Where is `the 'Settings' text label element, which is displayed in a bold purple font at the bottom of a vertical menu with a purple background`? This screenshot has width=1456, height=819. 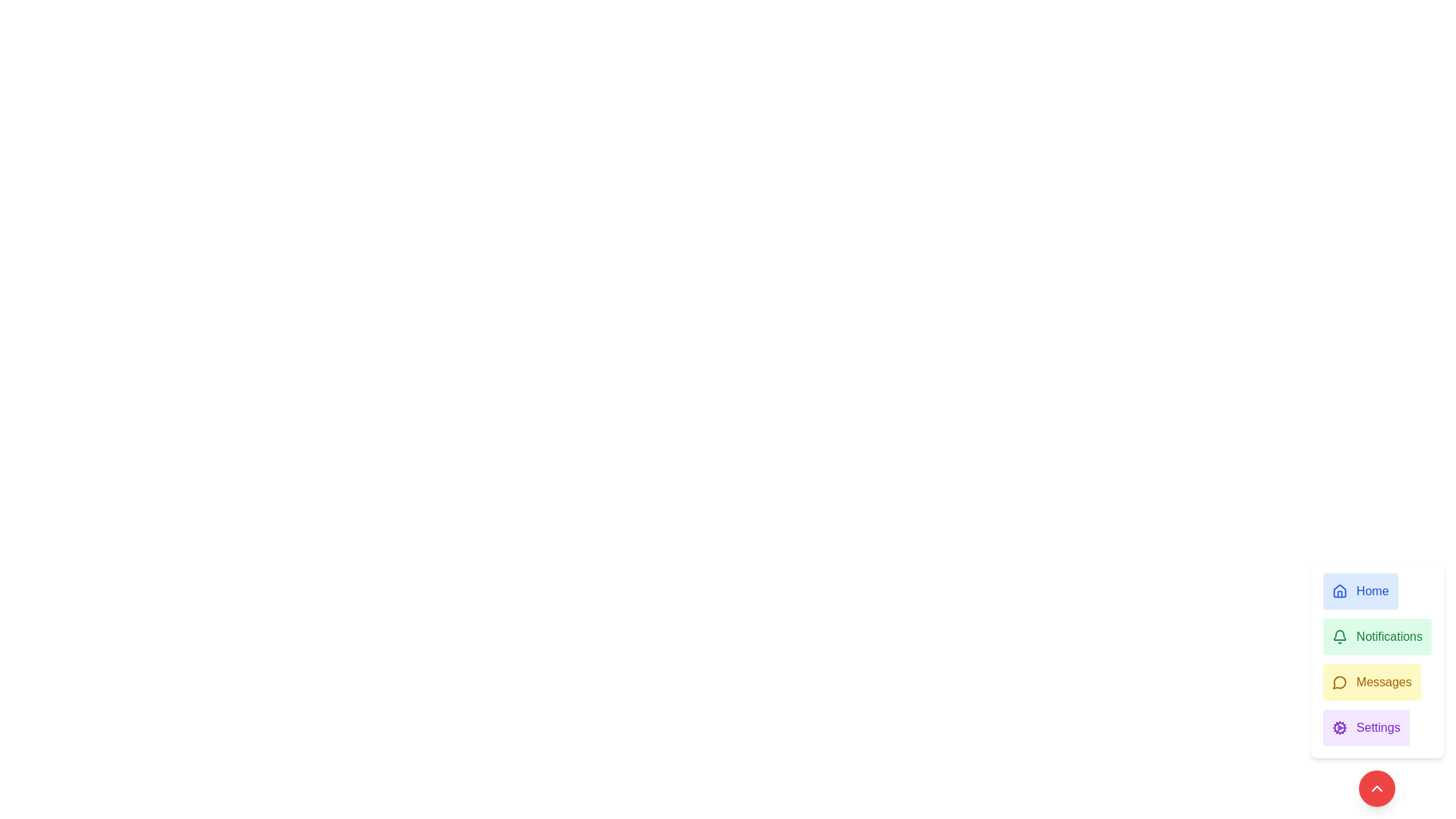
the 'Settings' text label element, which is displayed in a bold purple font at the bottom of a vertical menu with a purple background is located at coordinates (1378, 727).